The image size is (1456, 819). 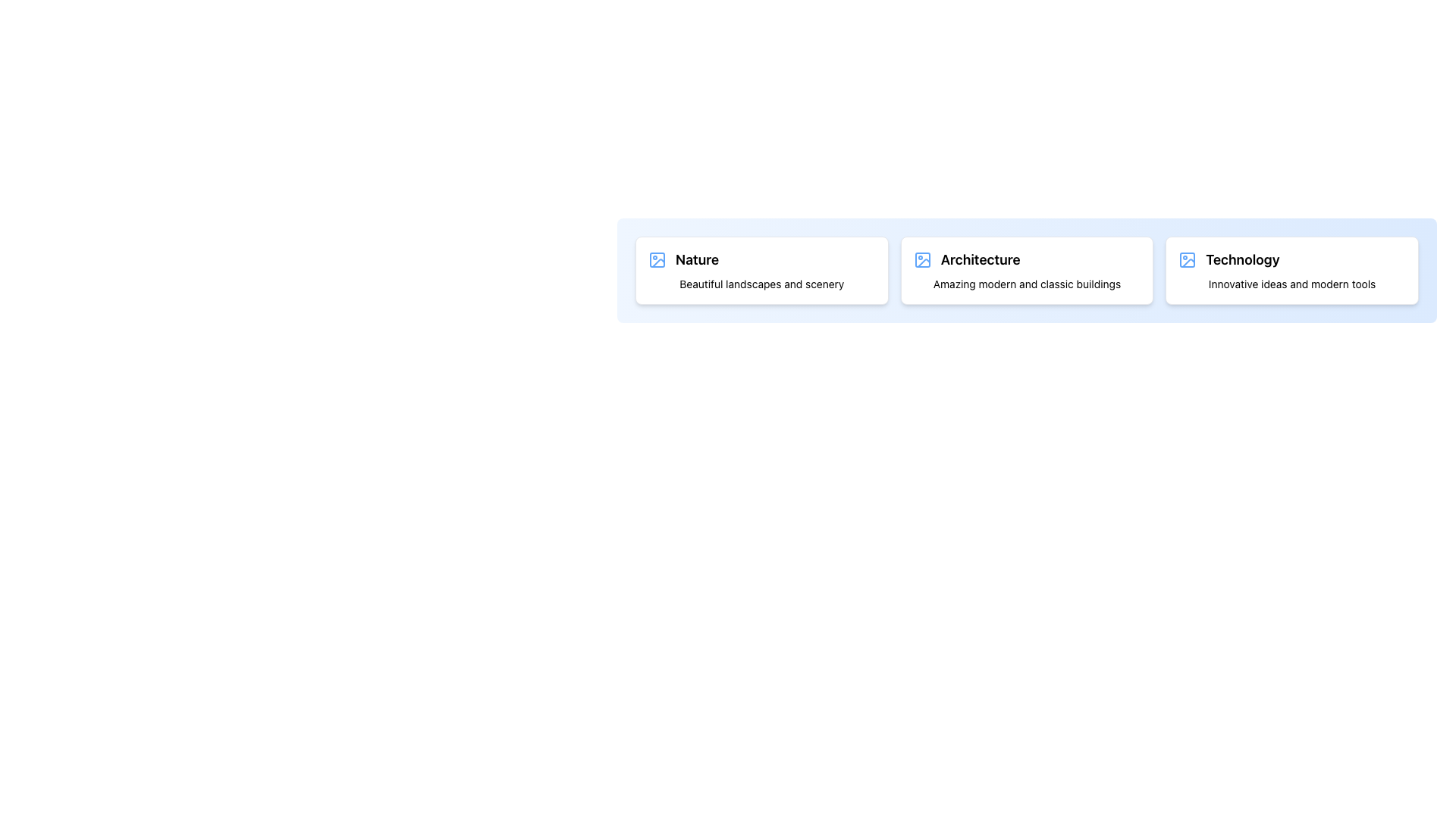 I want to click on the 'Technology' card, which is the third card in a grid layout, providing access to more details about the Technology topic, so click(x=1291, y=270).